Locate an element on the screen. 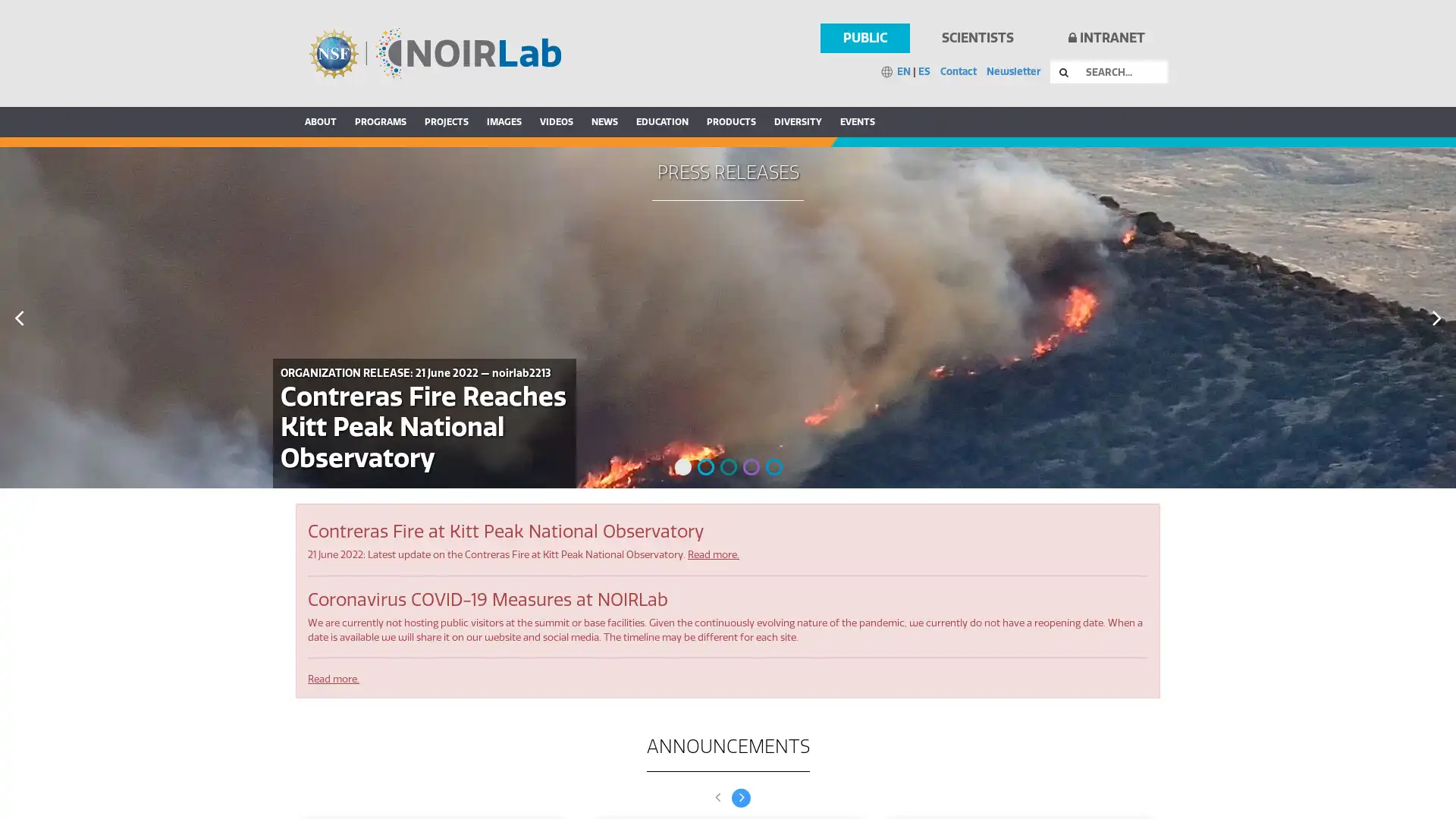 This screenshot has width=1456, height=819. 2 is located at coordinates (705, 466).